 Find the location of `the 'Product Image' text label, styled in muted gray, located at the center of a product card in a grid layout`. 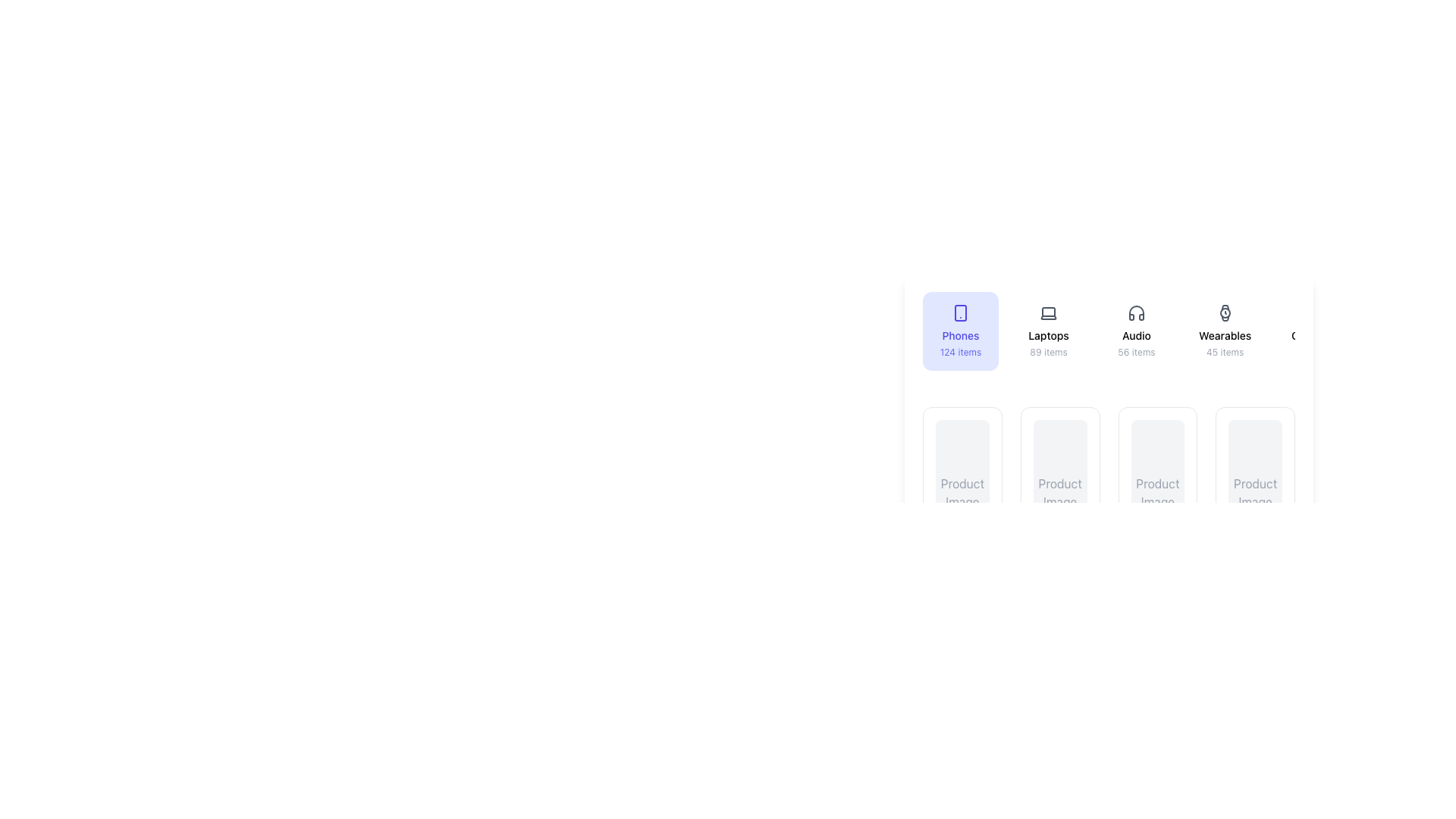

the 'Product Image' text label, styled in muted gray, located at the center of a product card in a grid layout is located at coordinates (1059, 493).